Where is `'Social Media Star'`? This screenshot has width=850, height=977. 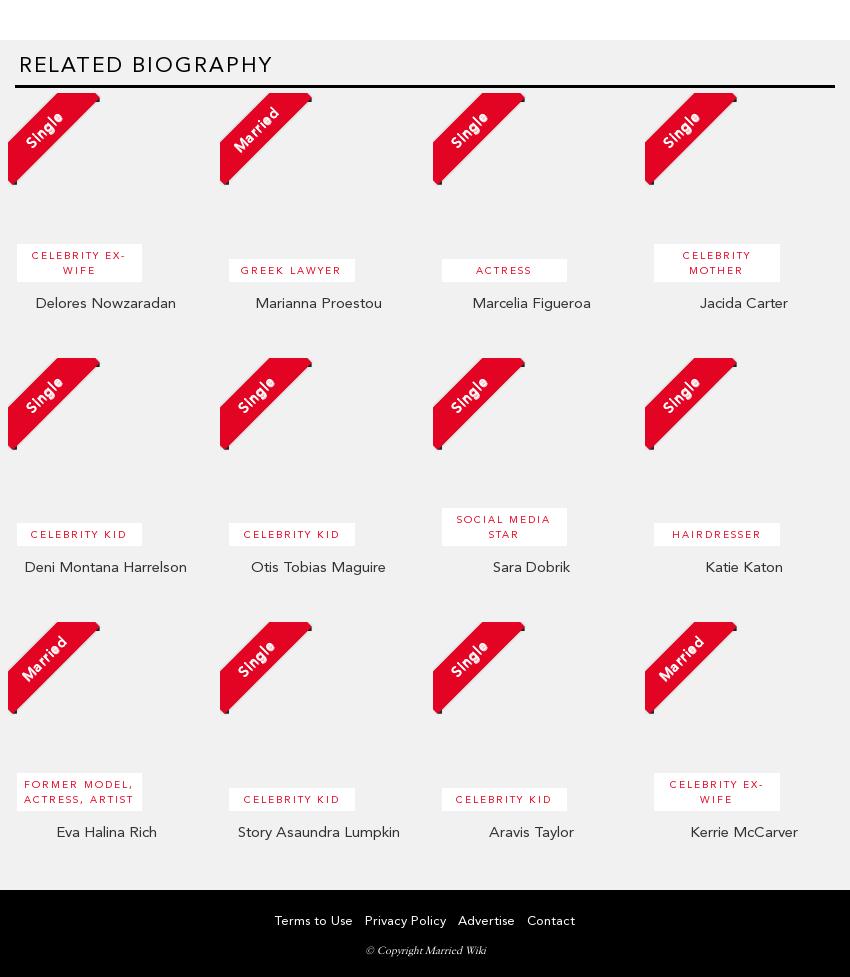 'Social Media Star' is located at coordinates (503, 525).